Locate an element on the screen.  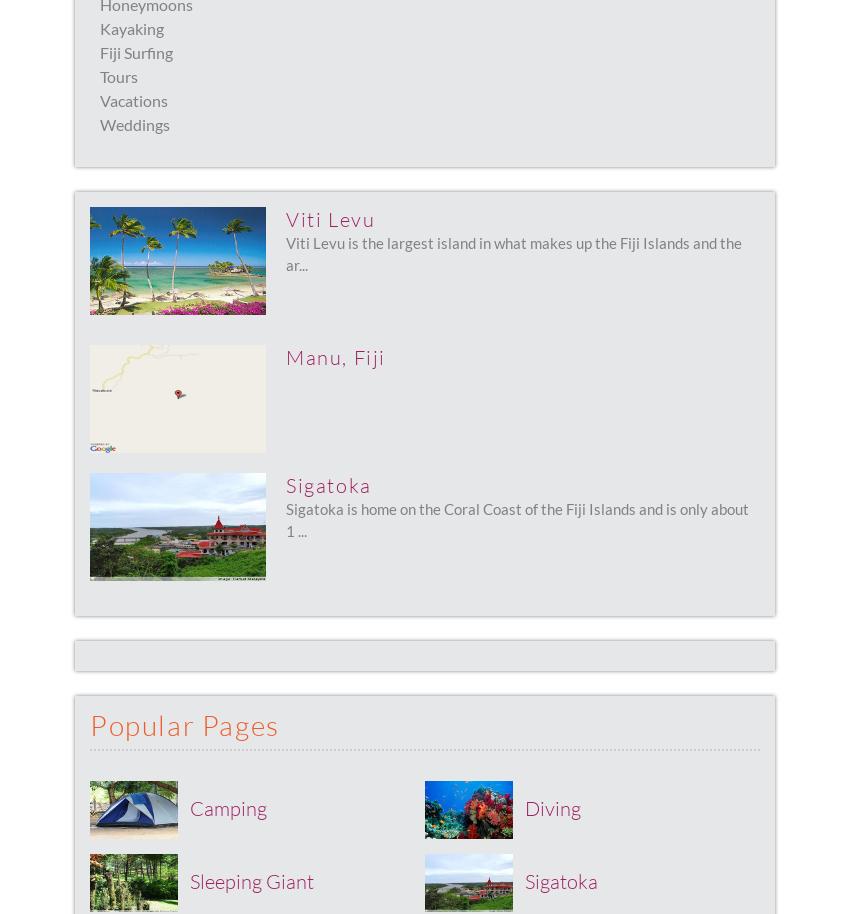
'Fiji Surfing' is located at coordinates (136, 51).